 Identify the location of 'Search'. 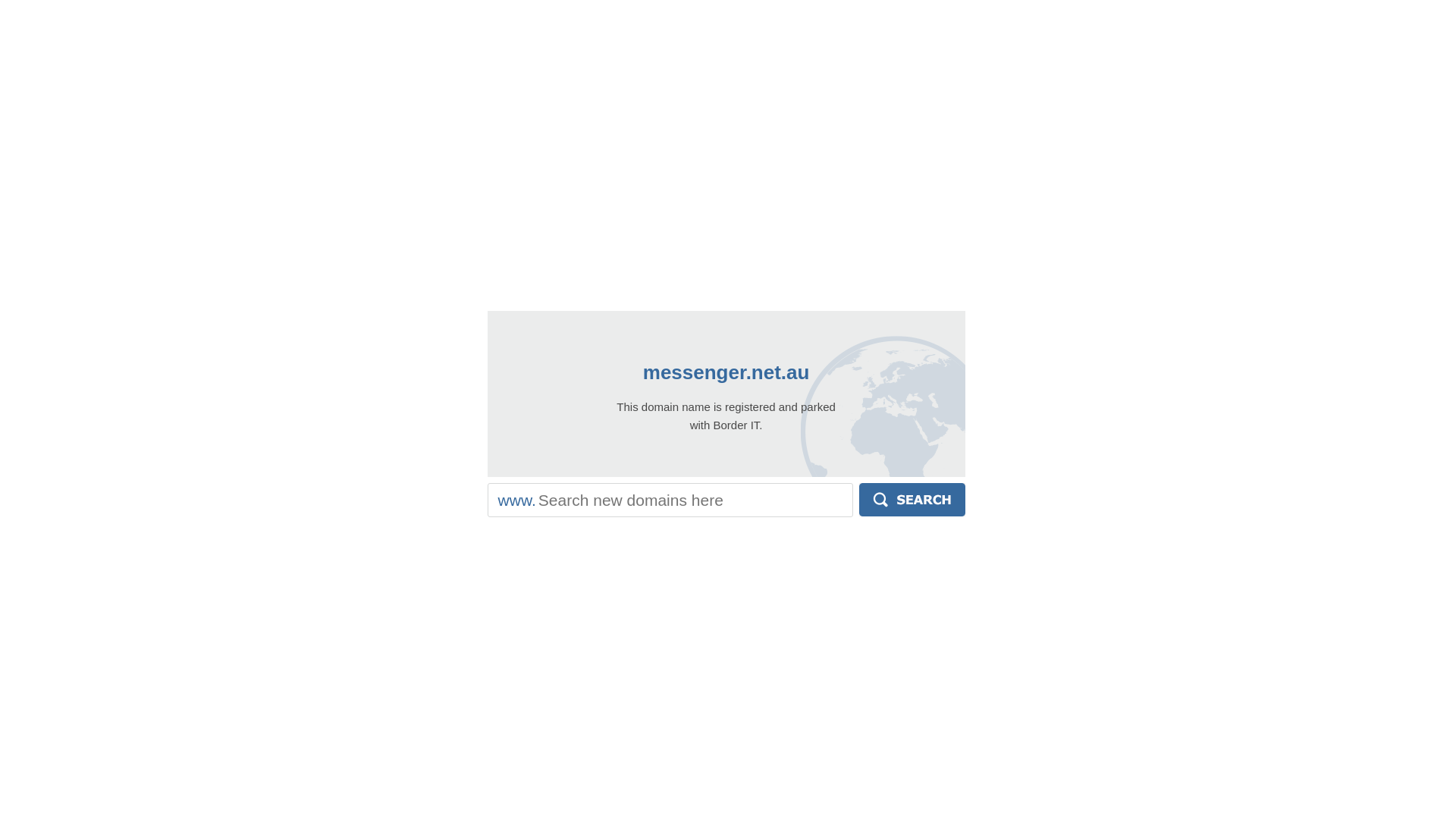
(858, 500).